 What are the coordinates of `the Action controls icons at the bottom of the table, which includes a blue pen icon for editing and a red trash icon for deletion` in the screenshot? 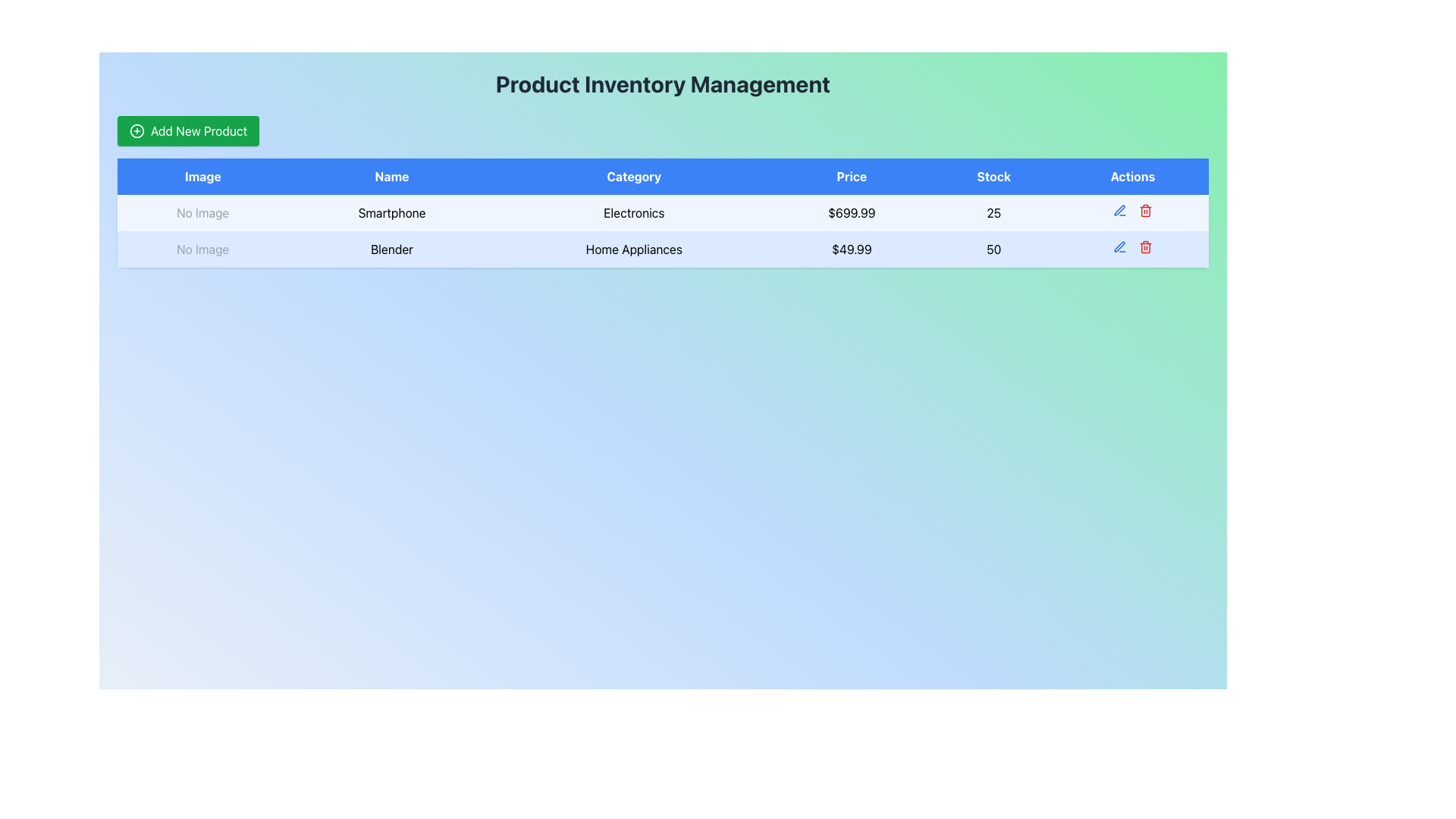 It's located at (1132, 210).